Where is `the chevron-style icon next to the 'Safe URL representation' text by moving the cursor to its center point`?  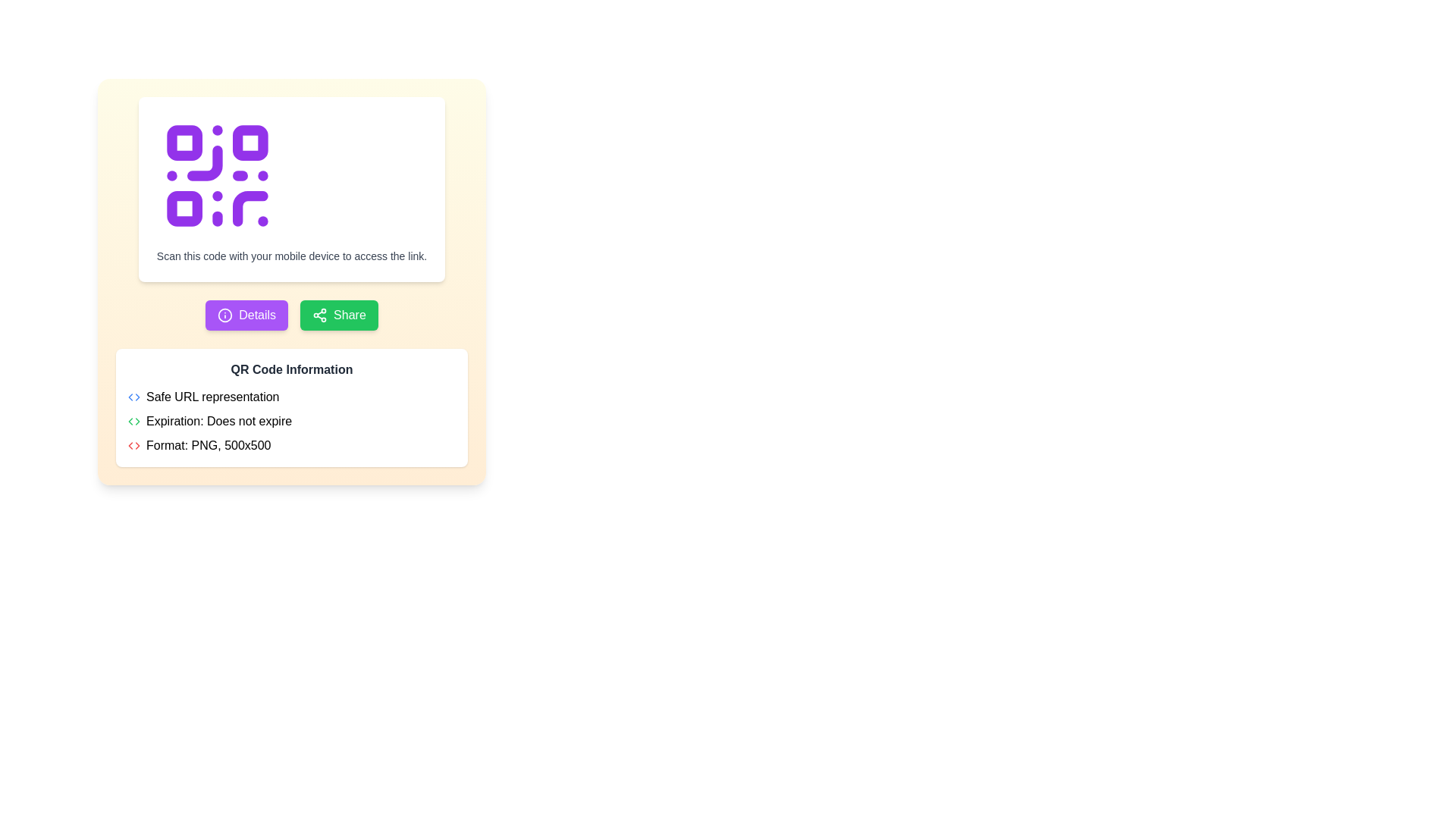 the chevron-style icon next to the 'Safe URL representation' text by moving the cursor to its center point is located at coordinates (134, 397).